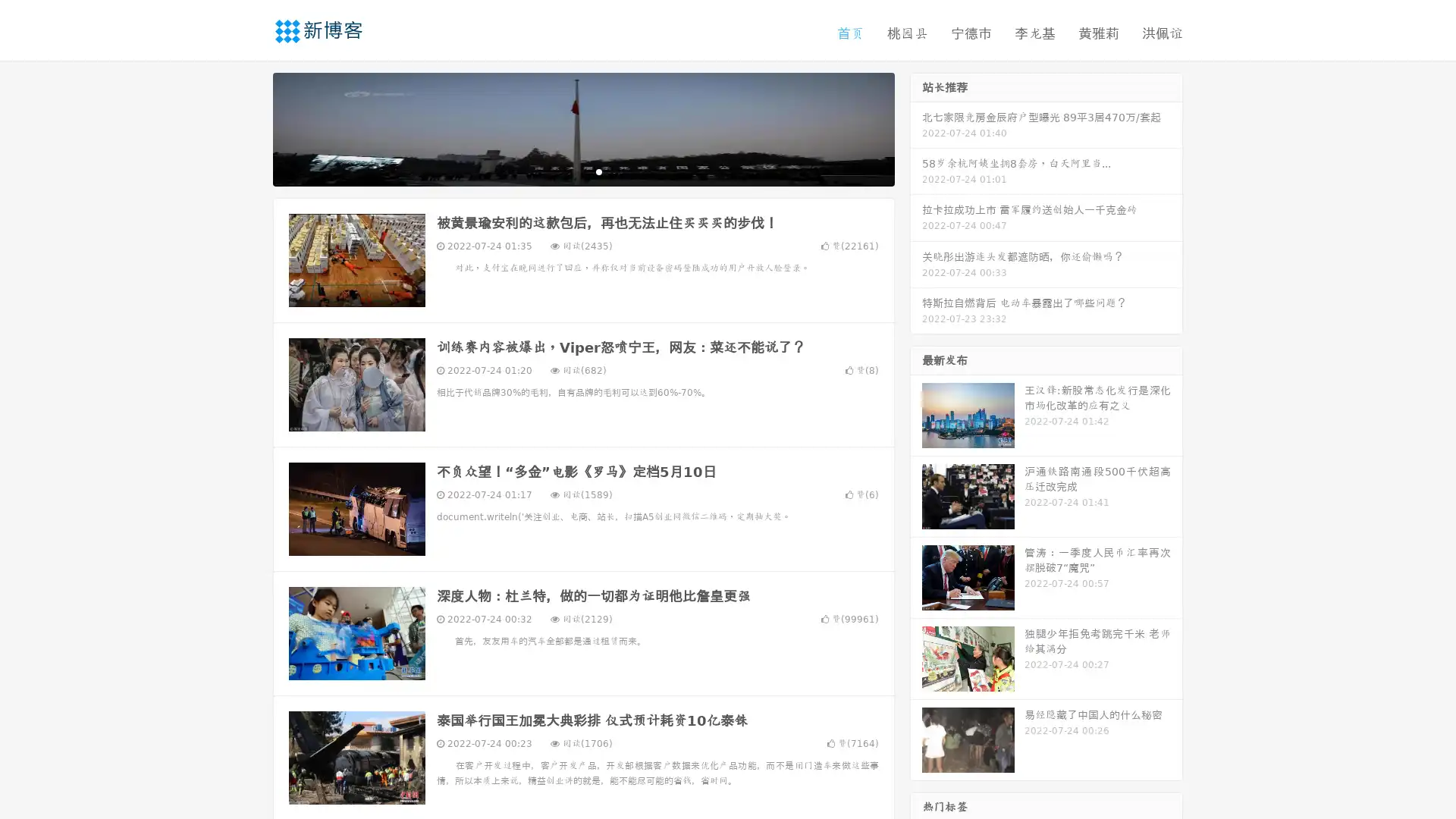 The image size is (1456, 819). I want to click on Next slide, so click(916, 127).